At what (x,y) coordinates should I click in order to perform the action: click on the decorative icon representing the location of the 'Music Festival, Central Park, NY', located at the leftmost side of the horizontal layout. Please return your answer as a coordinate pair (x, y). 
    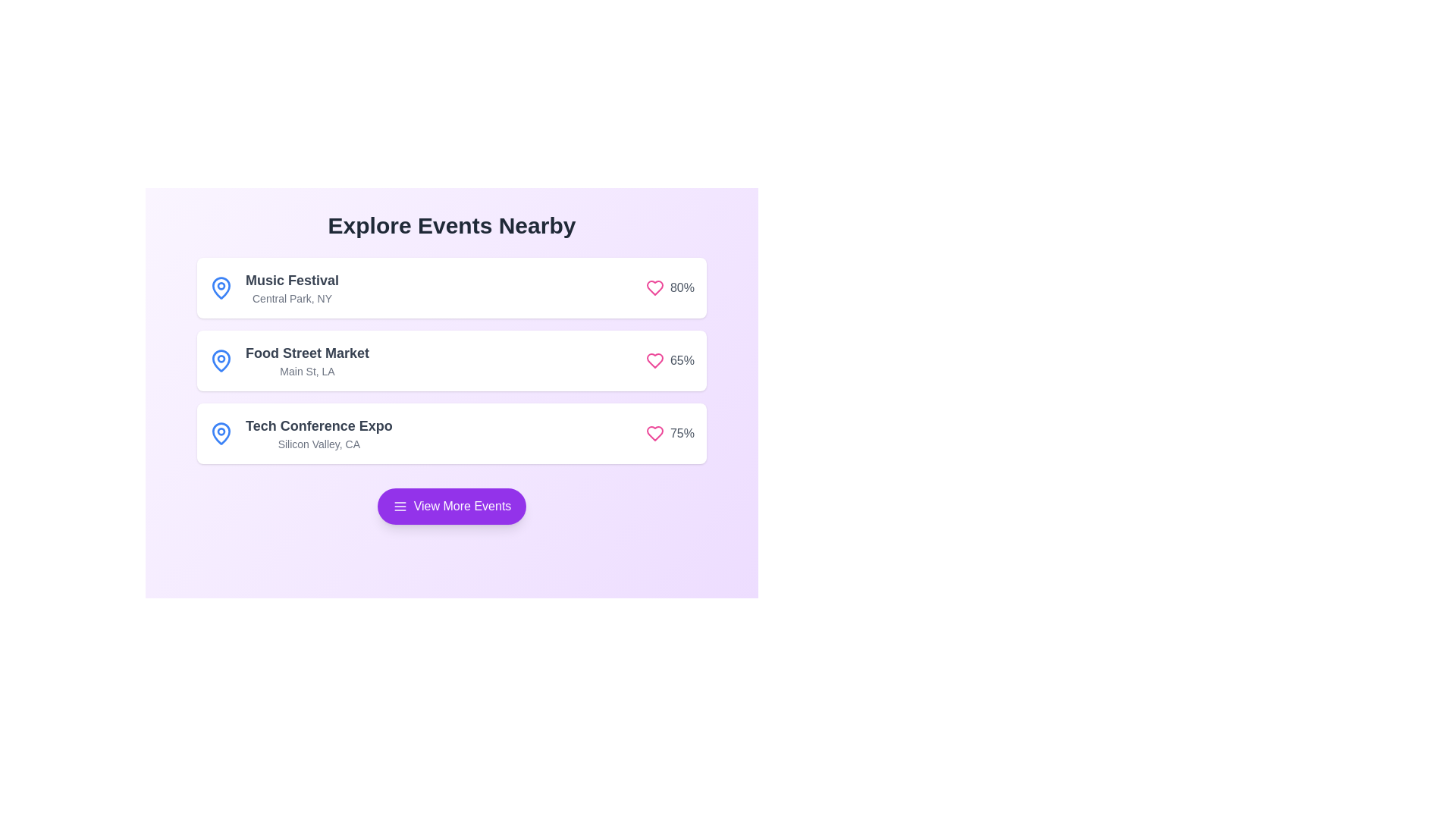
    Looking at the image, I should click on (221, 288).